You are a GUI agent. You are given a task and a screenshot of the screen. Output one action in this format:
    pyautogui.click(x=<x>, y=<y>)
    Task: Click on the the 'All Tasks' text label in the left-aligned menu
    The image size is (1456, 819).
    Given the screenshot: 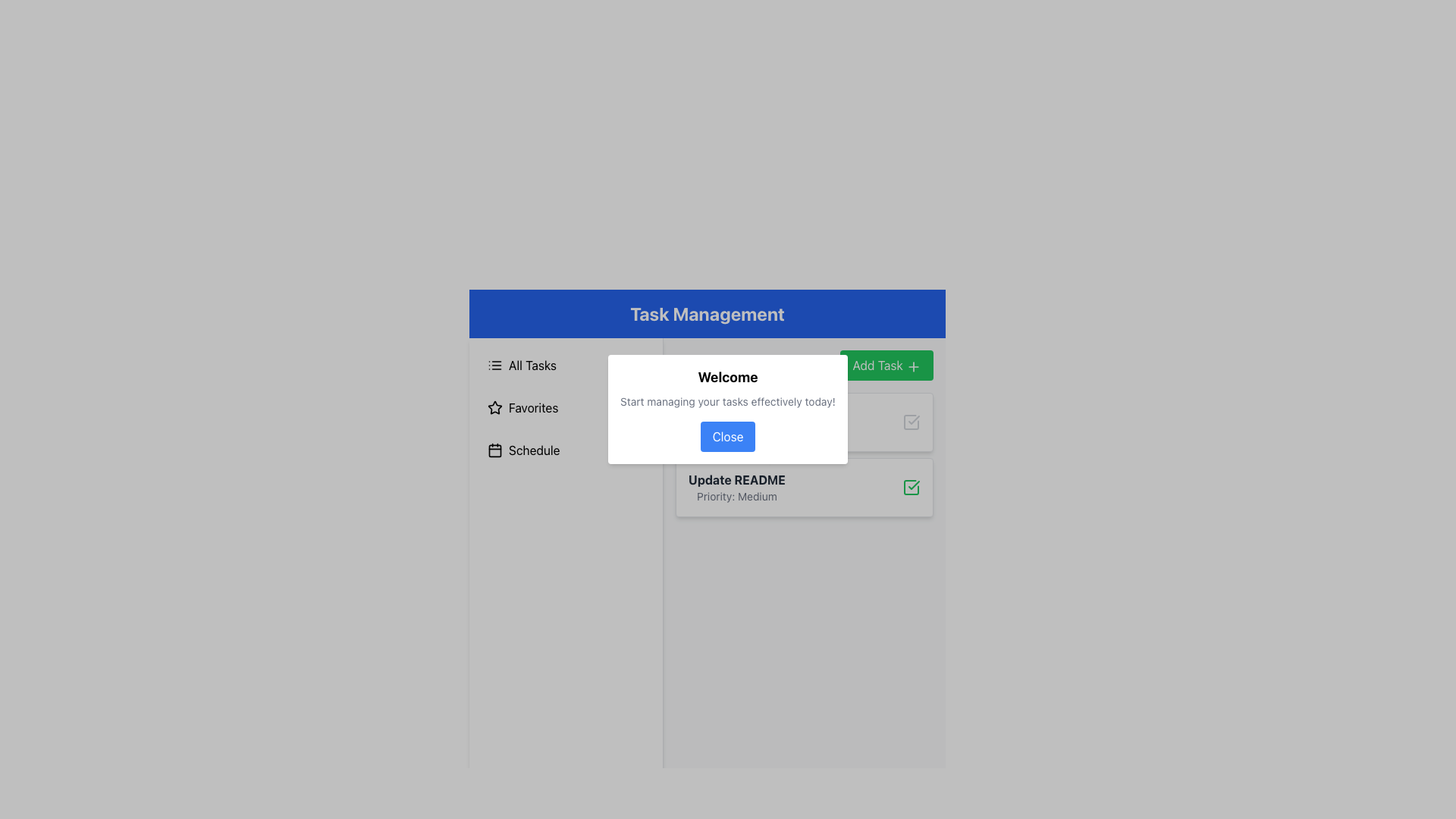 What is the action you would take?
    pyautogui.click(x=532, y=366)
    